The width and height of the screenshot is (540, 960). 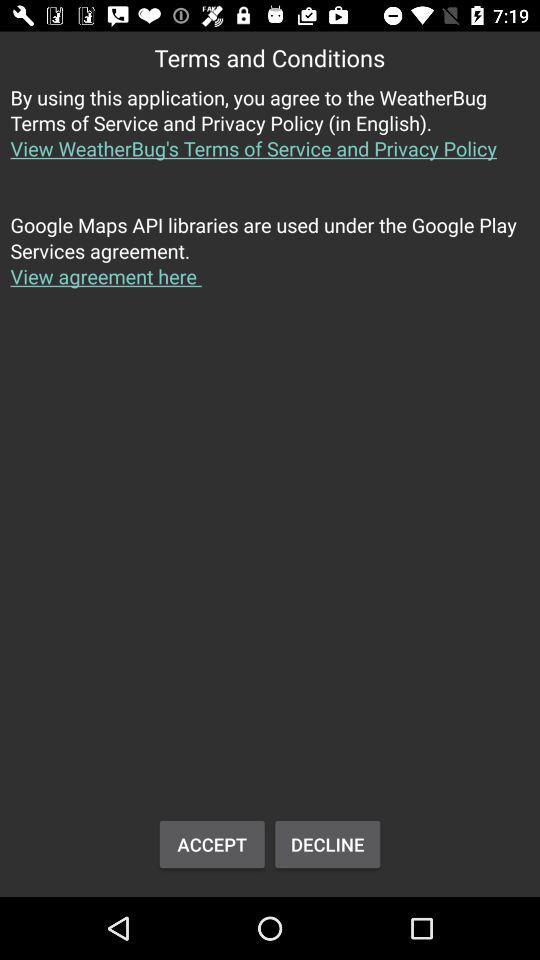 I want to click on by using this item, so click(x=270, y=133).